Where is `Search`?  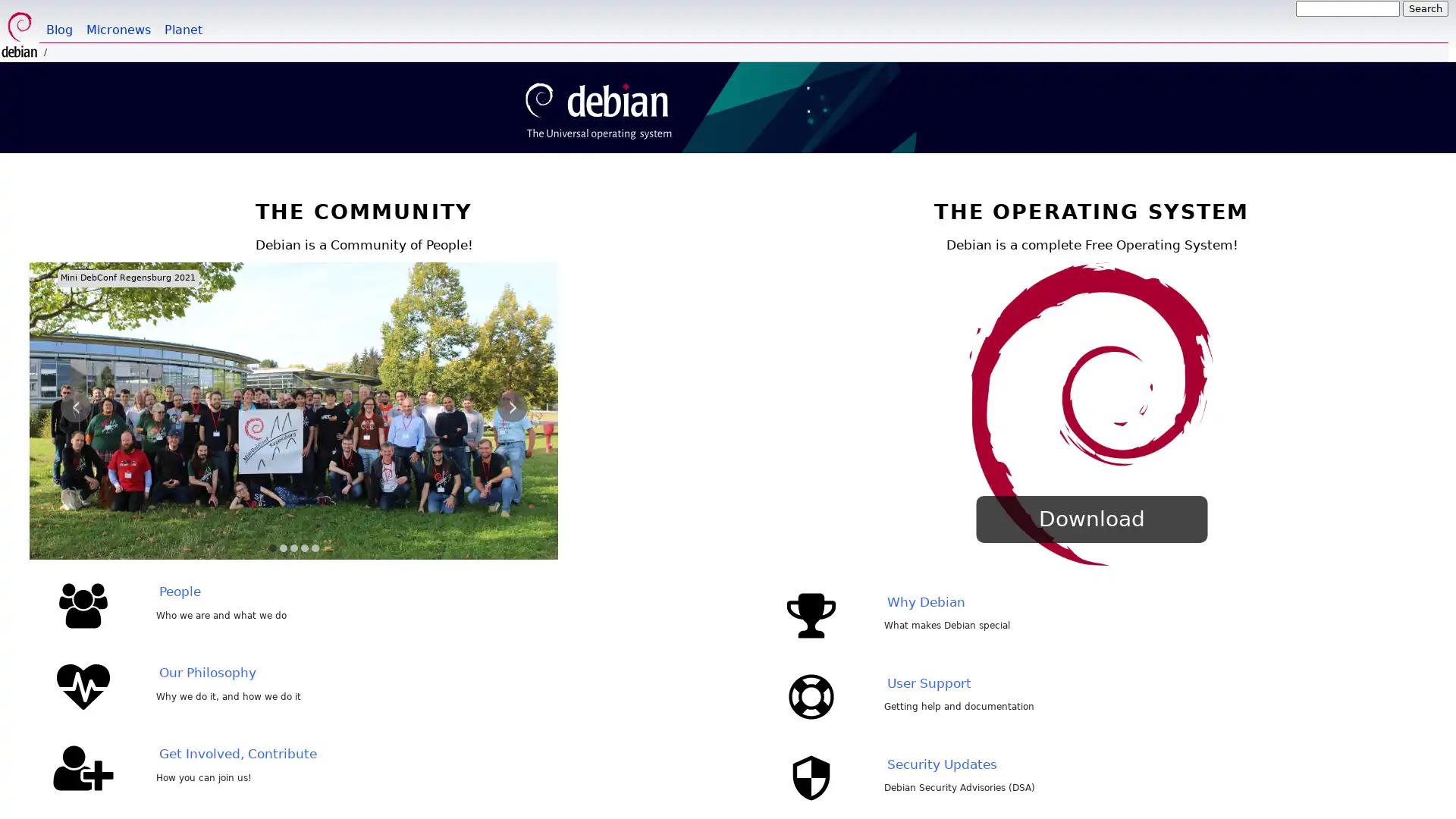
Search is located at coordinates (1425, 8).